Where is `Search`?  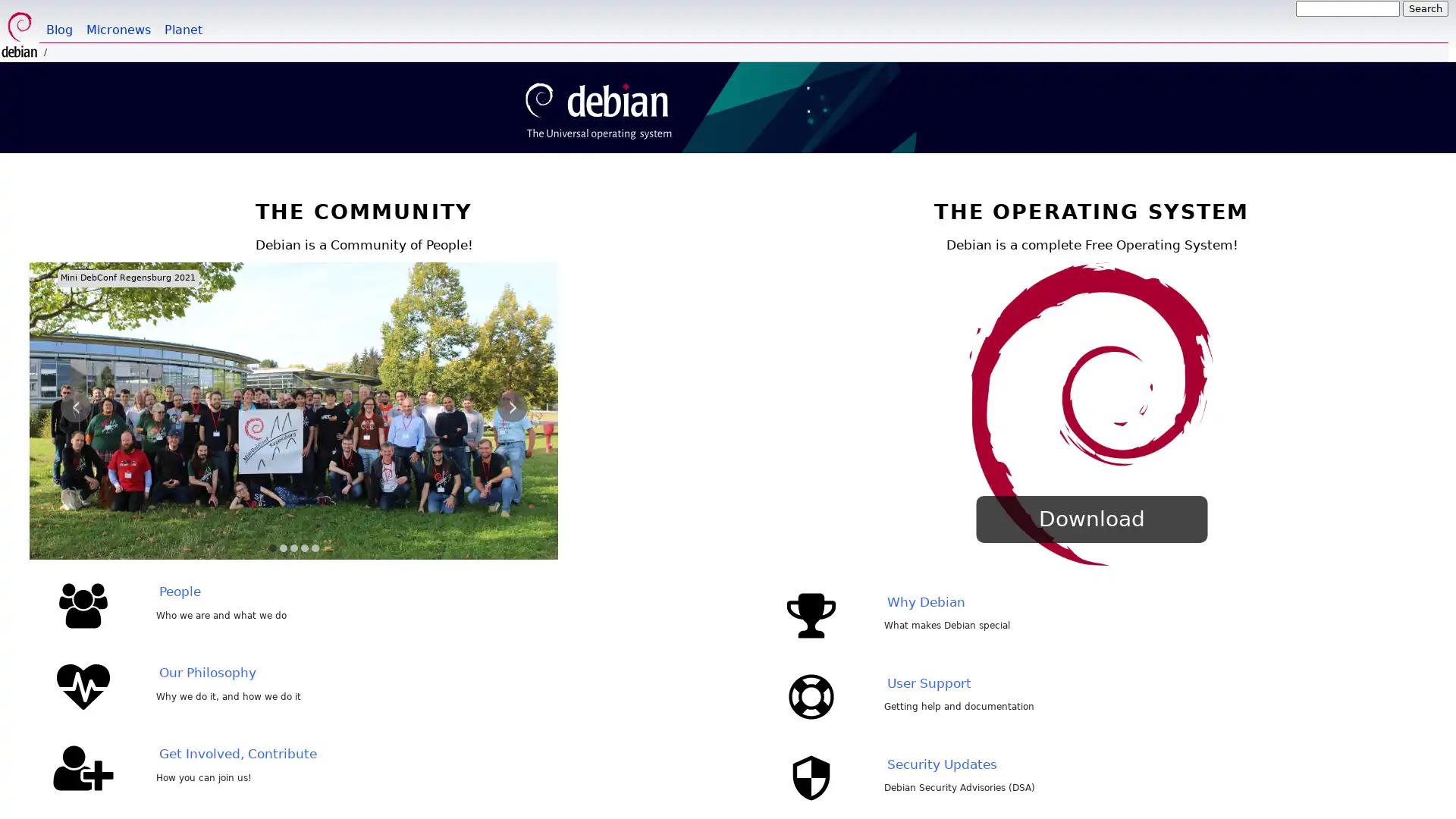
Search is located at coordinates (1425, 8).